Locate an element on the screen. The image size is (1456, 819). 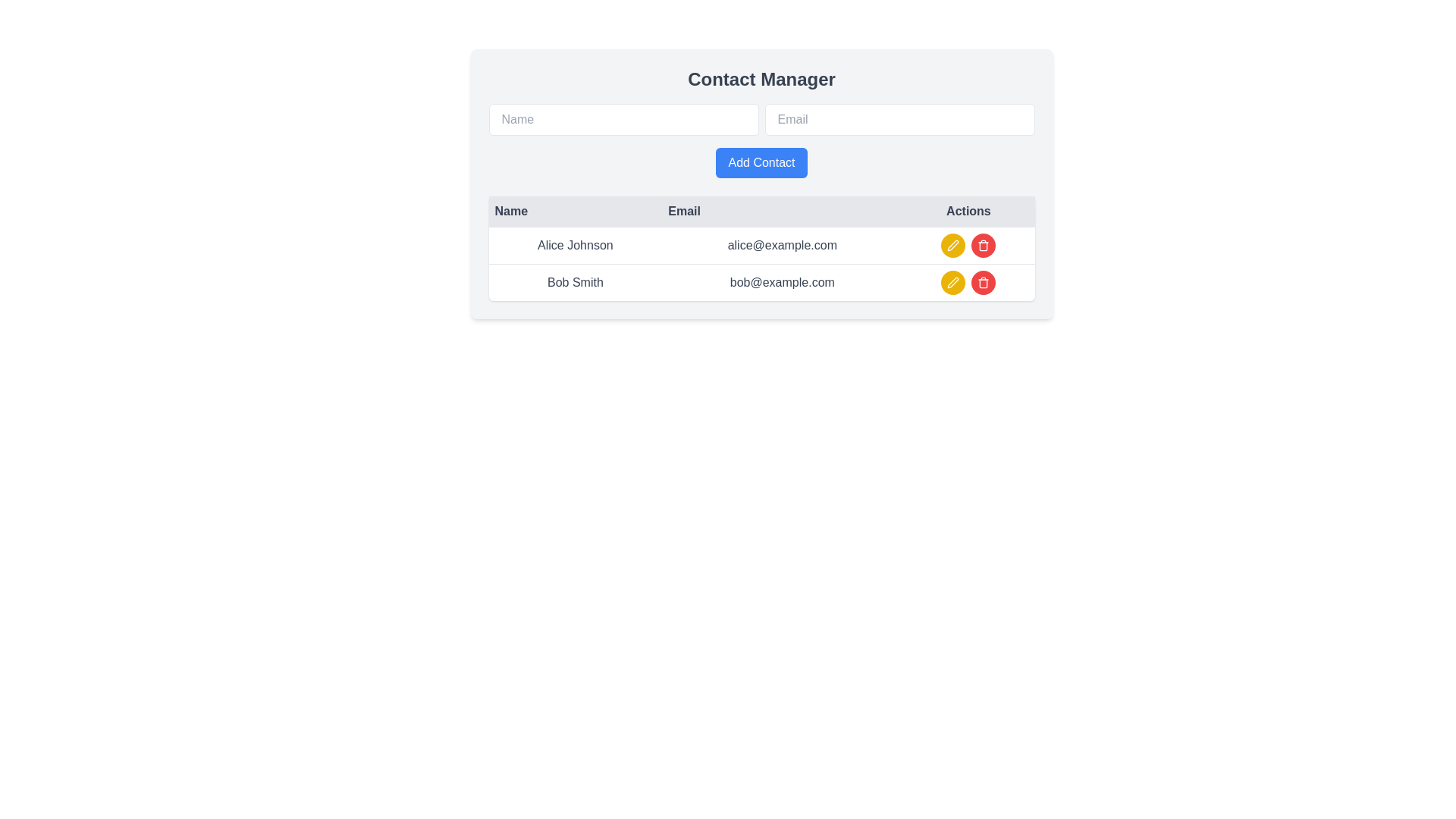
the pen icon embedded within the button in the 'Actions' column is located at coordinates (952, 283).